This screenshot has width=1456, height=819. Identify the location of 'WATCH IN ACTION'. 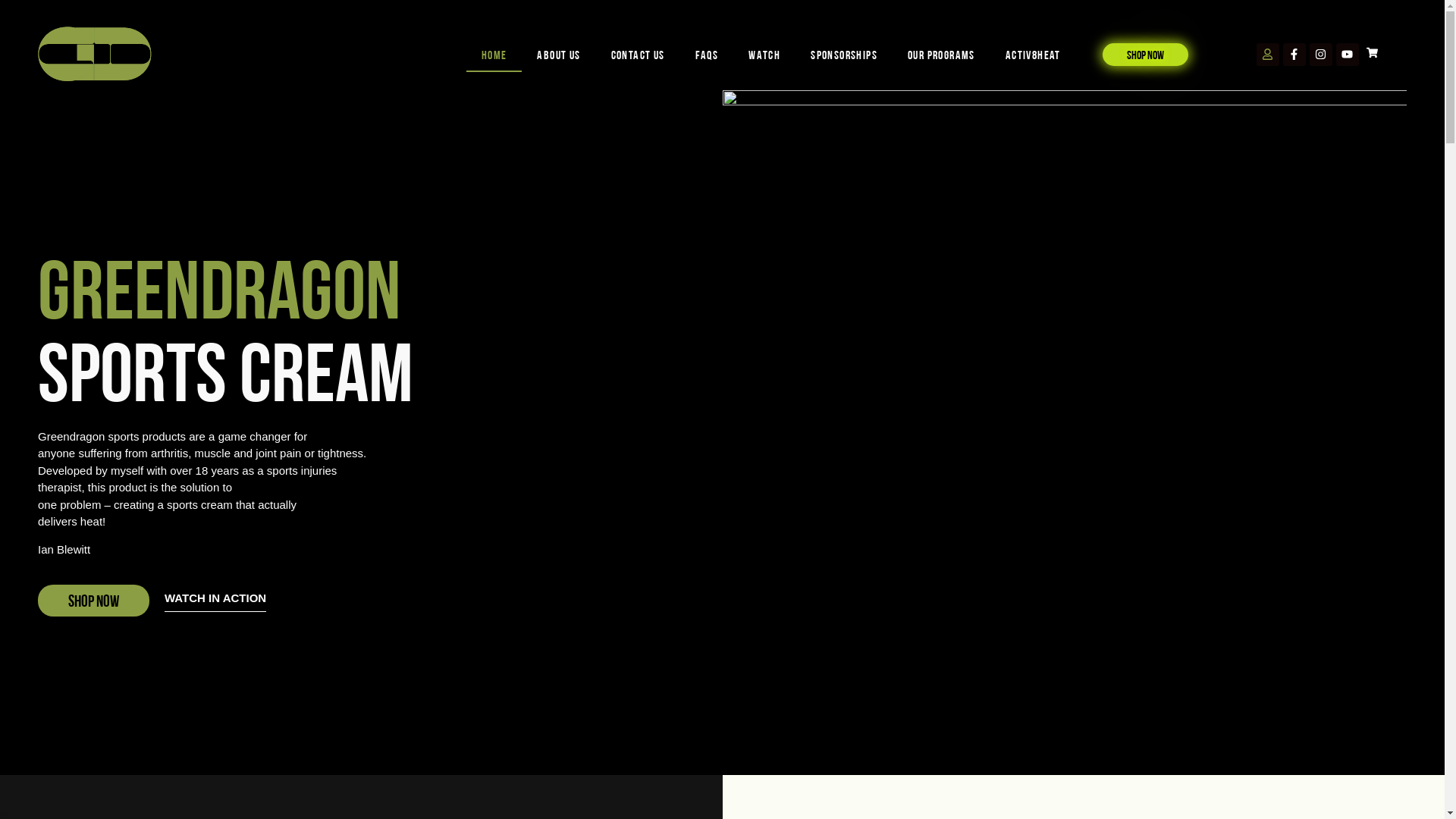
(214, 601).